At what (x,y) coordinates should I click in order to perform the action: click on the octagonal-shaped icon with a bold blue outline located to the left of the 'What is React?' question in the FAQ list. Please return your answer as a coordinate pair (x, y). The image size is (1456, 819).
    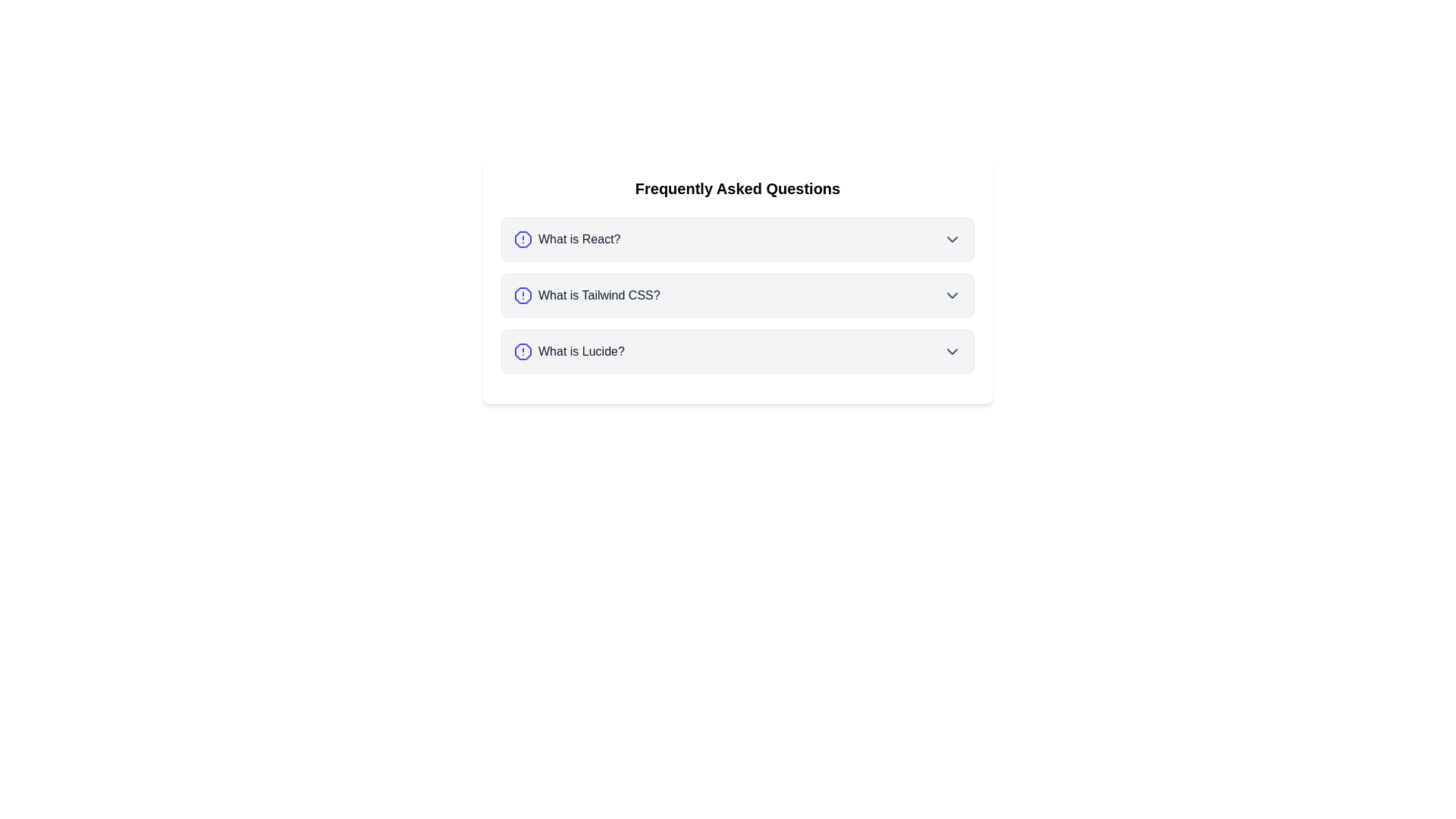
    Looking at the image, I should click on (523, 239).